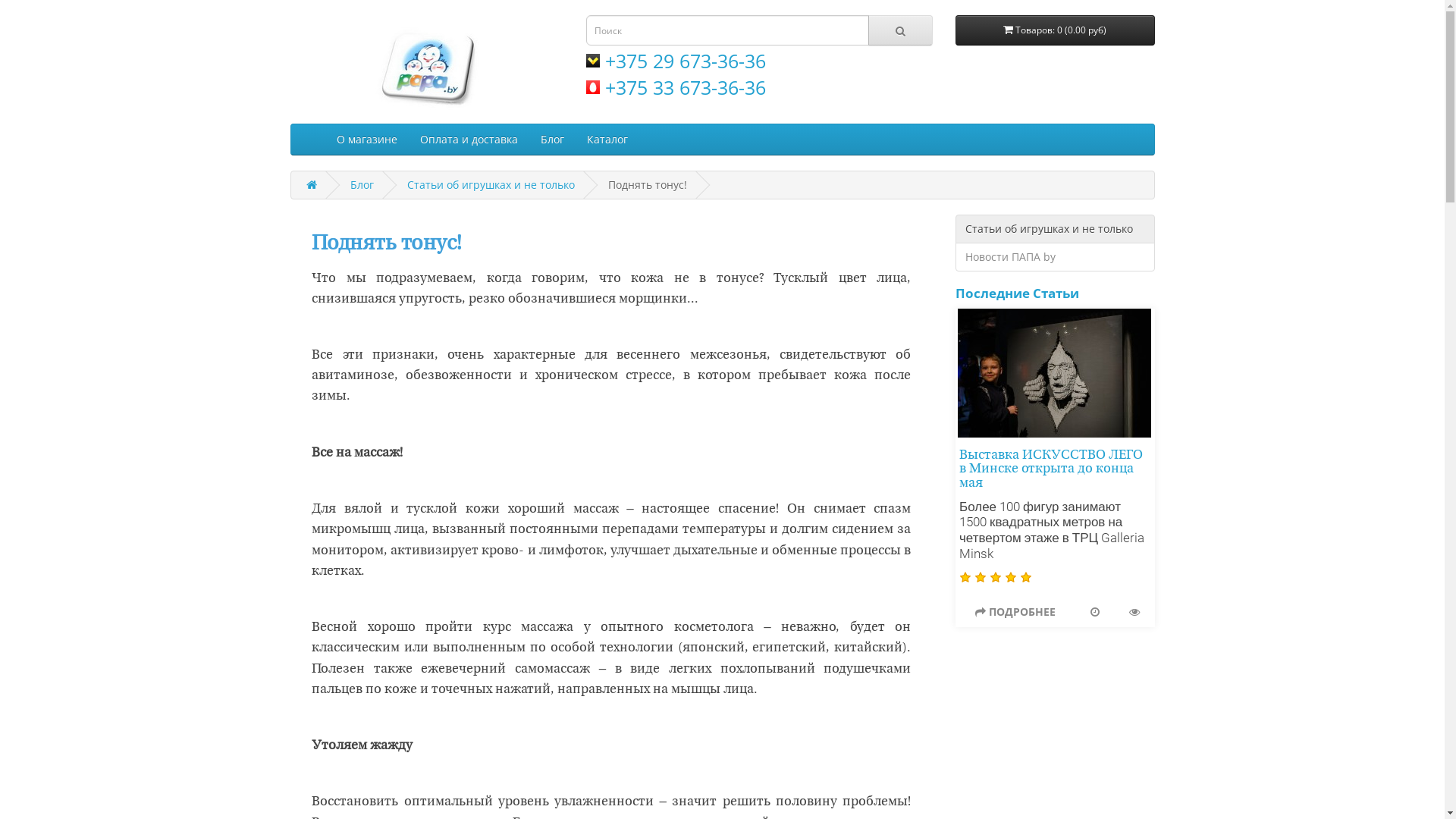  I want to click on 'papa.by', so click(425, 64).